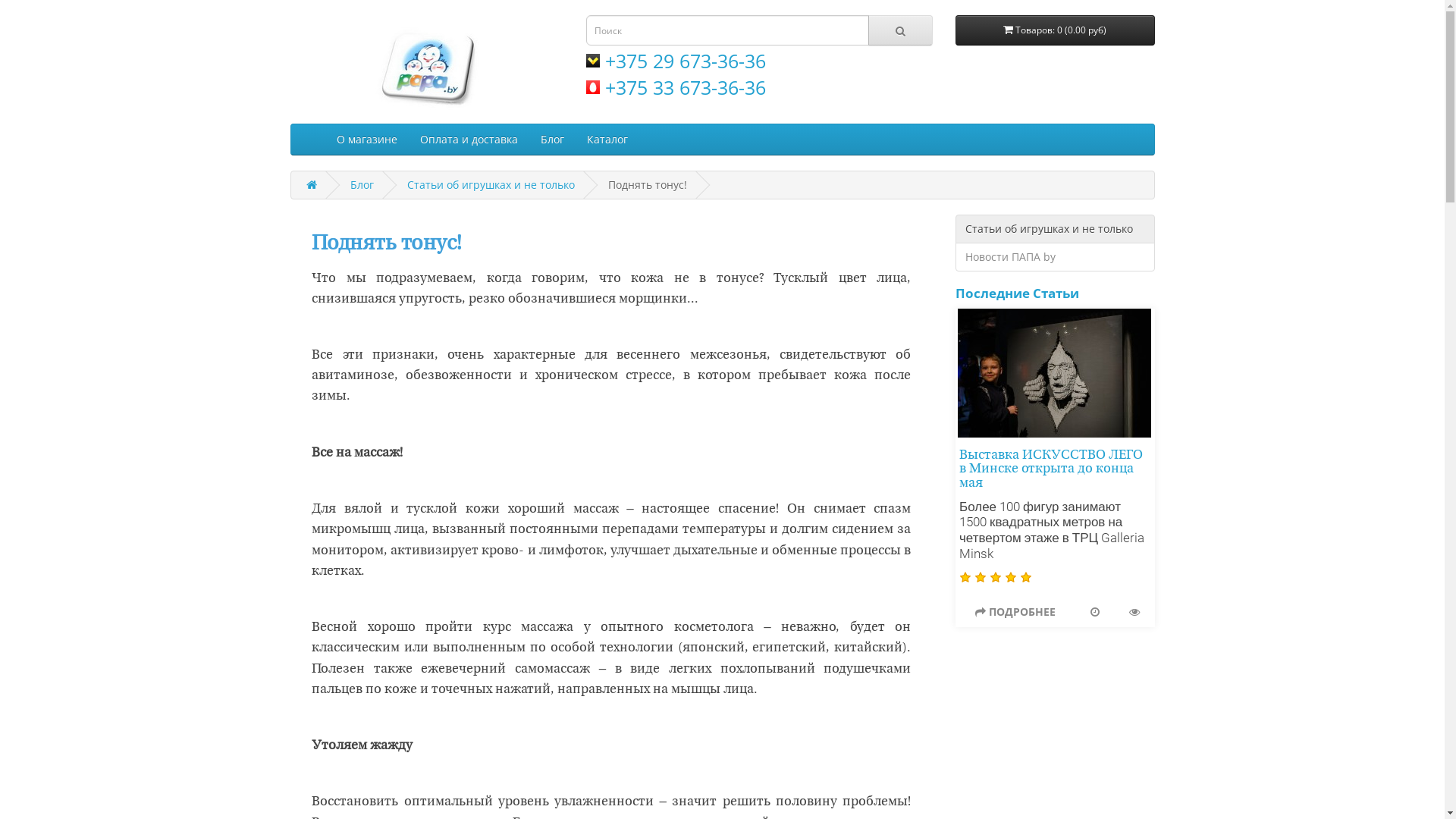  I want to click on 'papa.by', so click(425, 64).